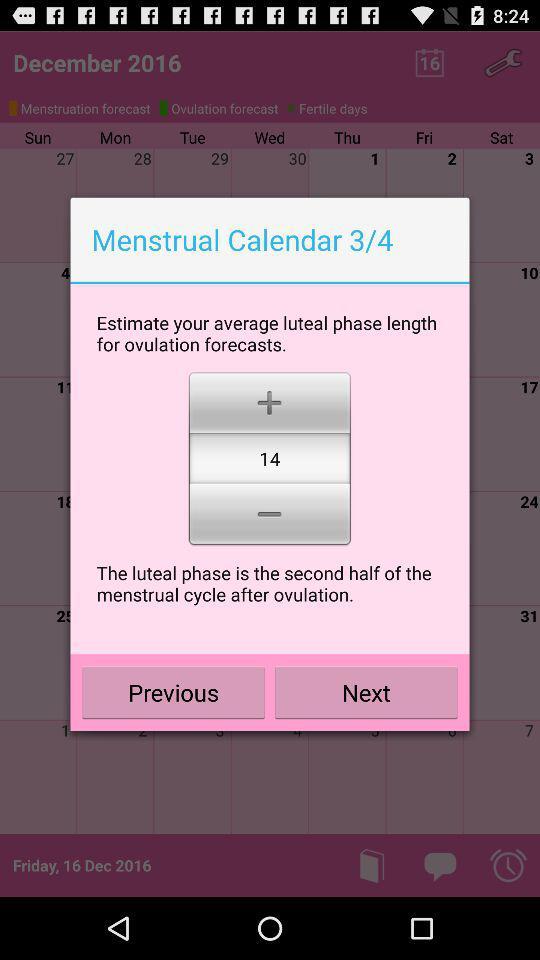 This screenshot has height=960, width=540. What do you see at coordinates (365, 692) in the screenshot?
I see `item below the luteal phase icon` at bounding box center [365, 692].